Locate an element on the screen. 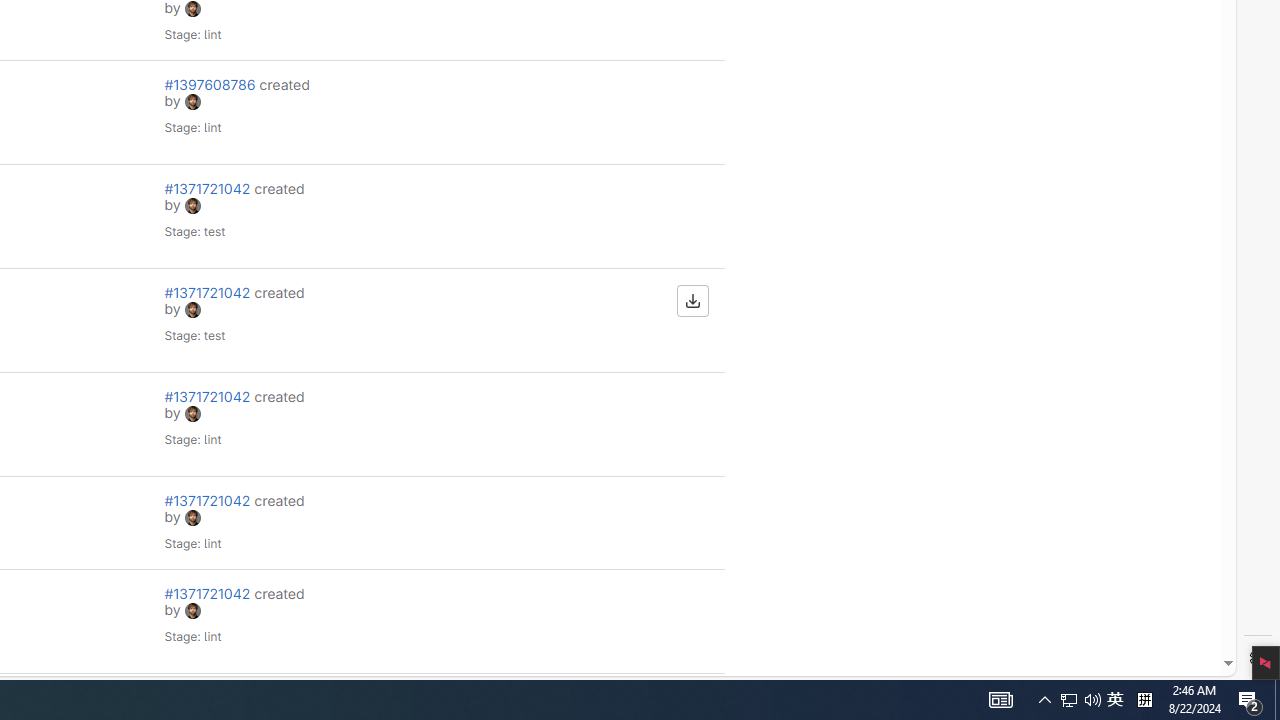 The image size is (1280, 720). '#1397608786 created by avatar Stage: lint' is located at coordinates (243, 112).